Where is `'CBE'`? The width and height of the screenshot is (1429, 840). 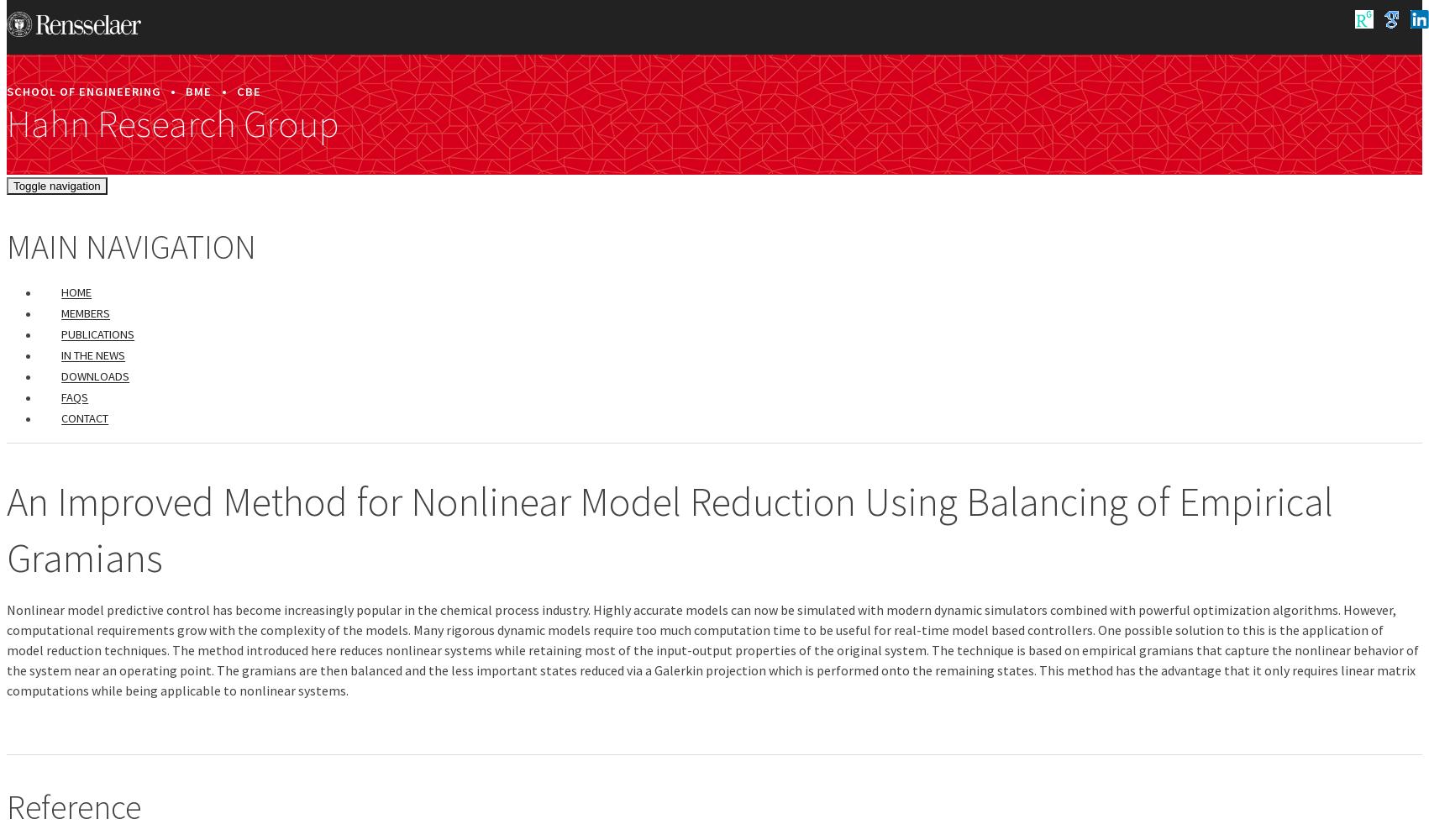
'CBE' is located at coordinates (248, 90).